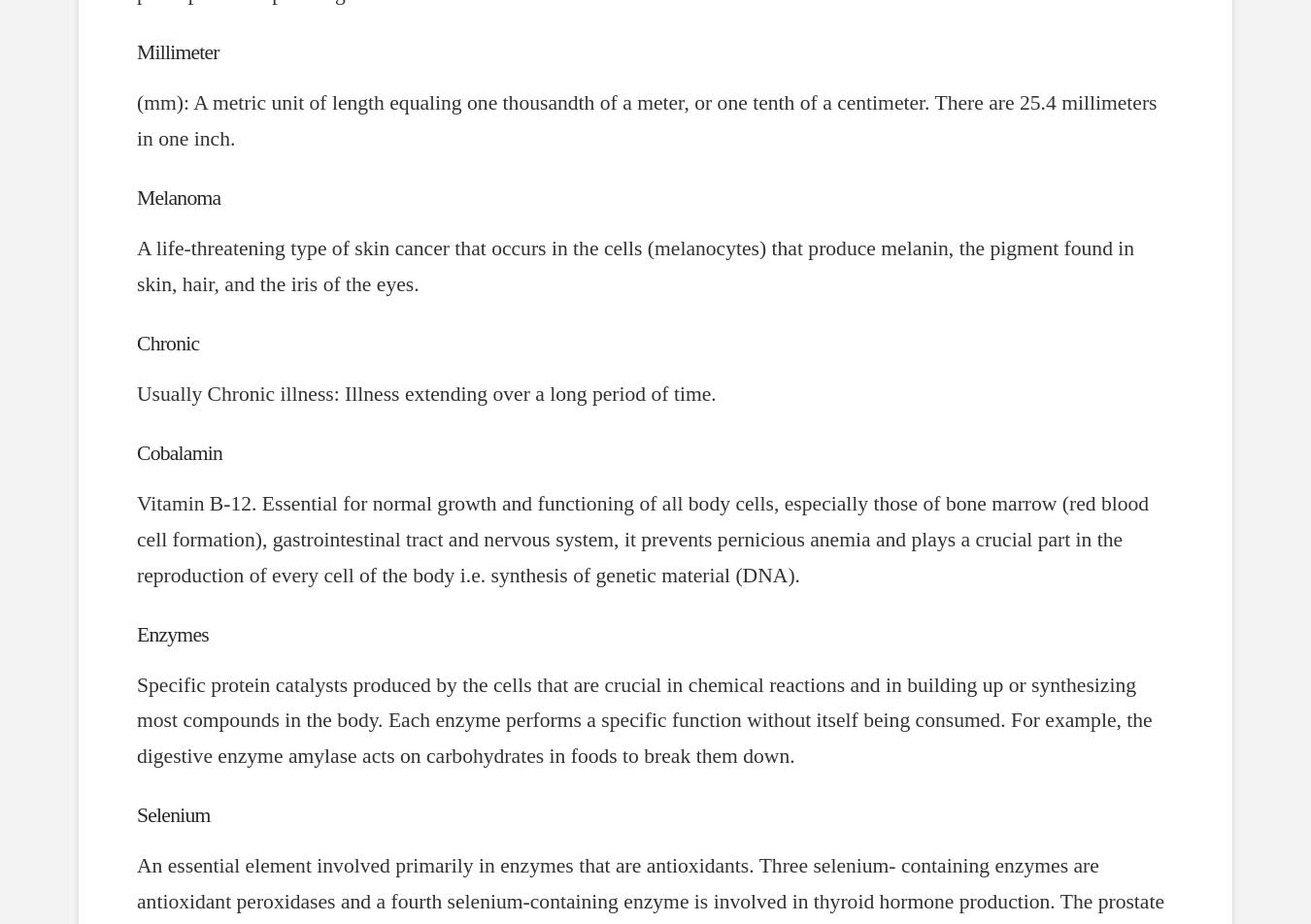 The image size is (1311, 924). Describe the element at coordinates (173, 815) in the screenshot. I see `'Selenium'` at that location.